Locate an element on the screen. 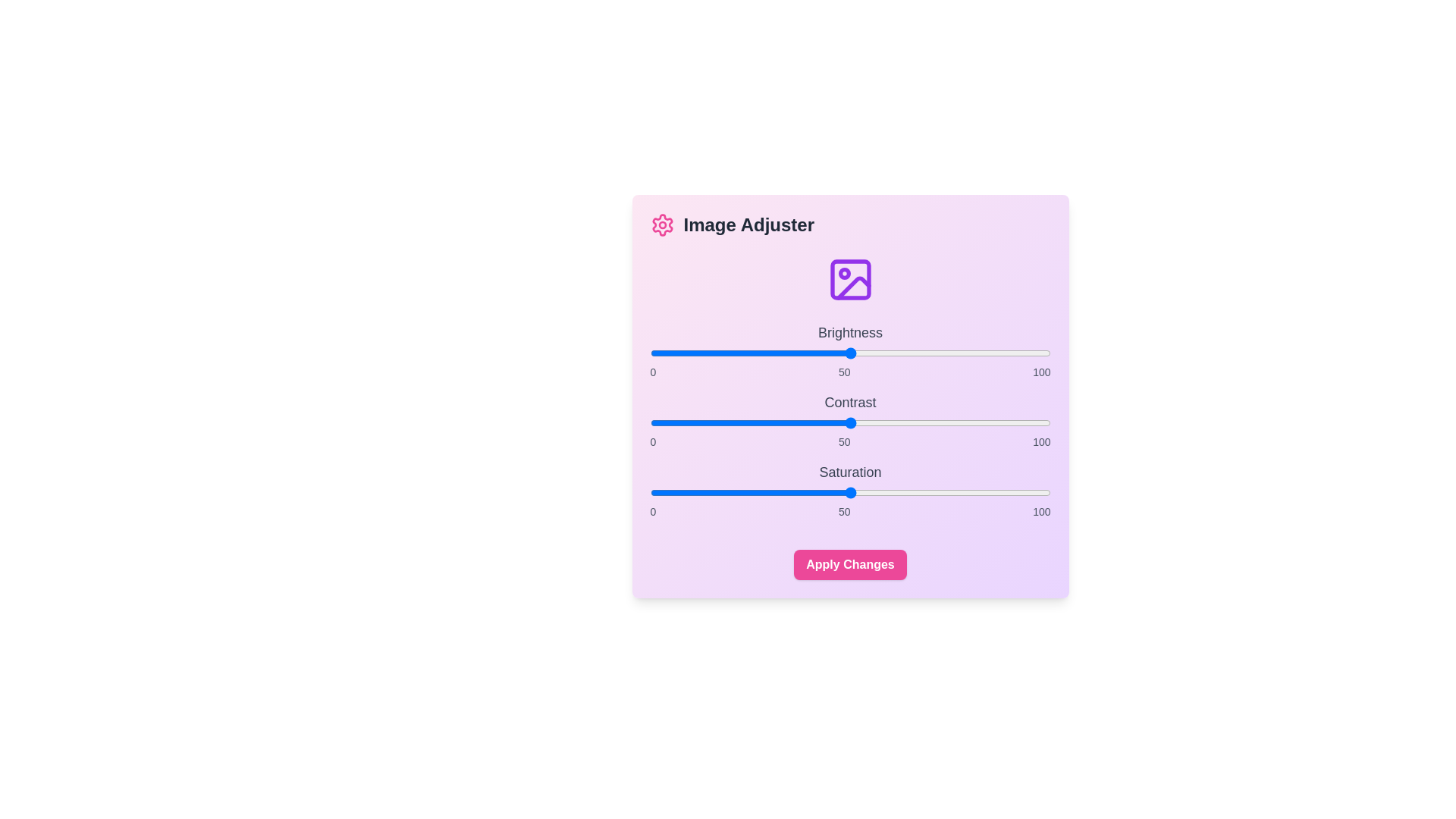  the brightness slider to 13 value is located at coordinates (701, 353).